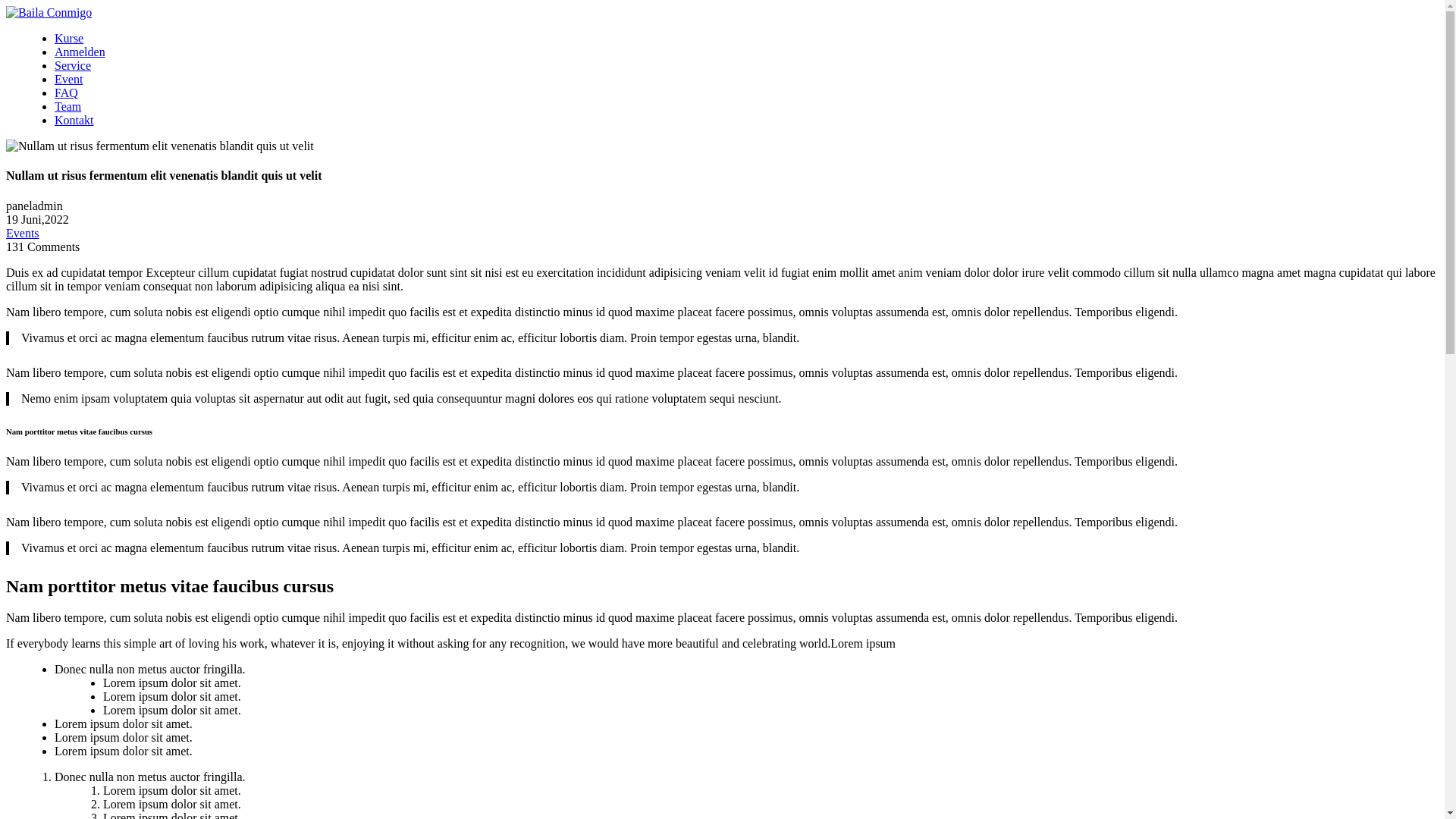  What do you see at coordinates (49, 12) in the screenshot?
I see `'Baila Conmigo'` at bounding box center [49, 12].